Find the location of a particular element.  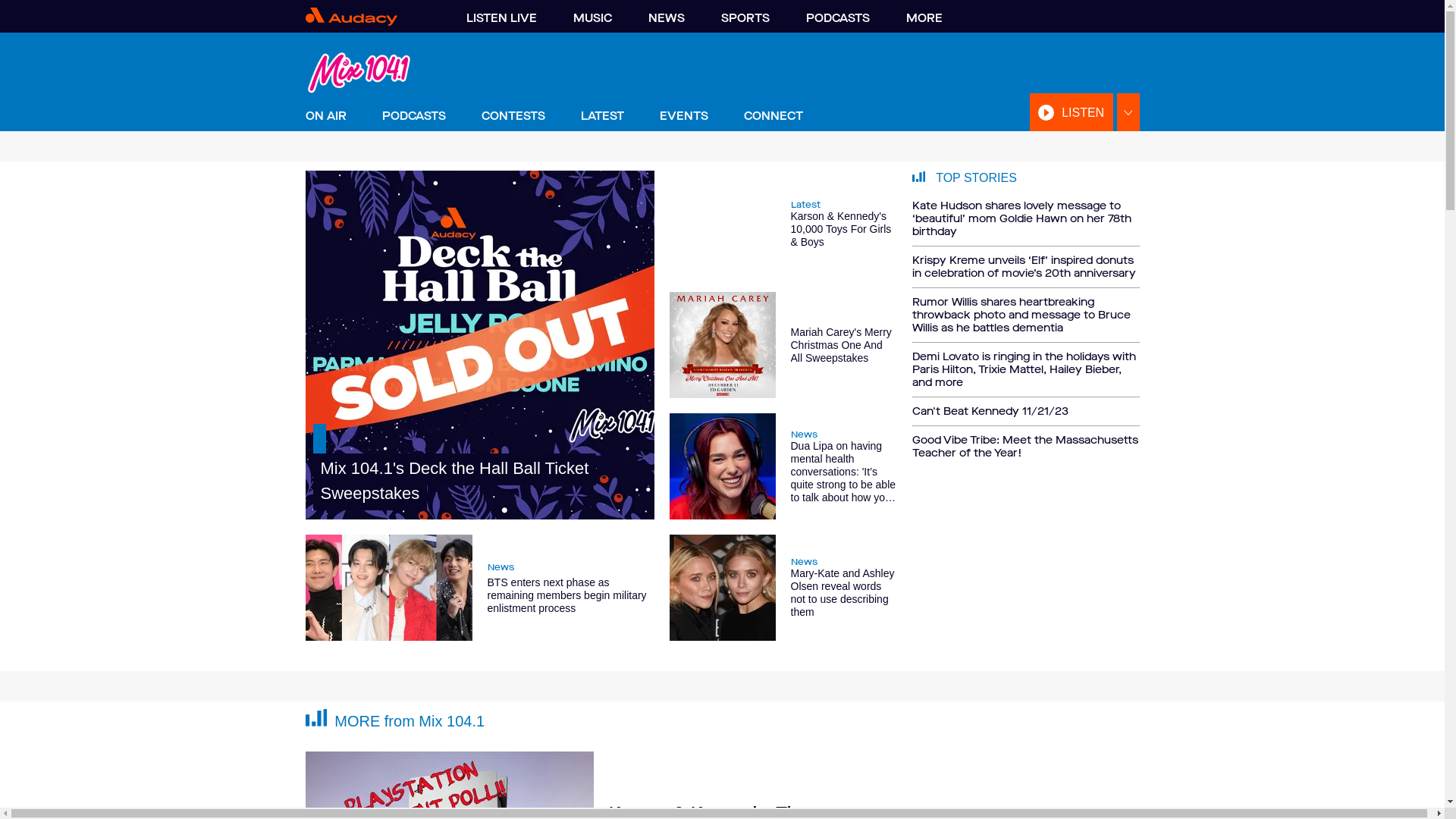

'LATEST' is located at coordinates (601, 115).